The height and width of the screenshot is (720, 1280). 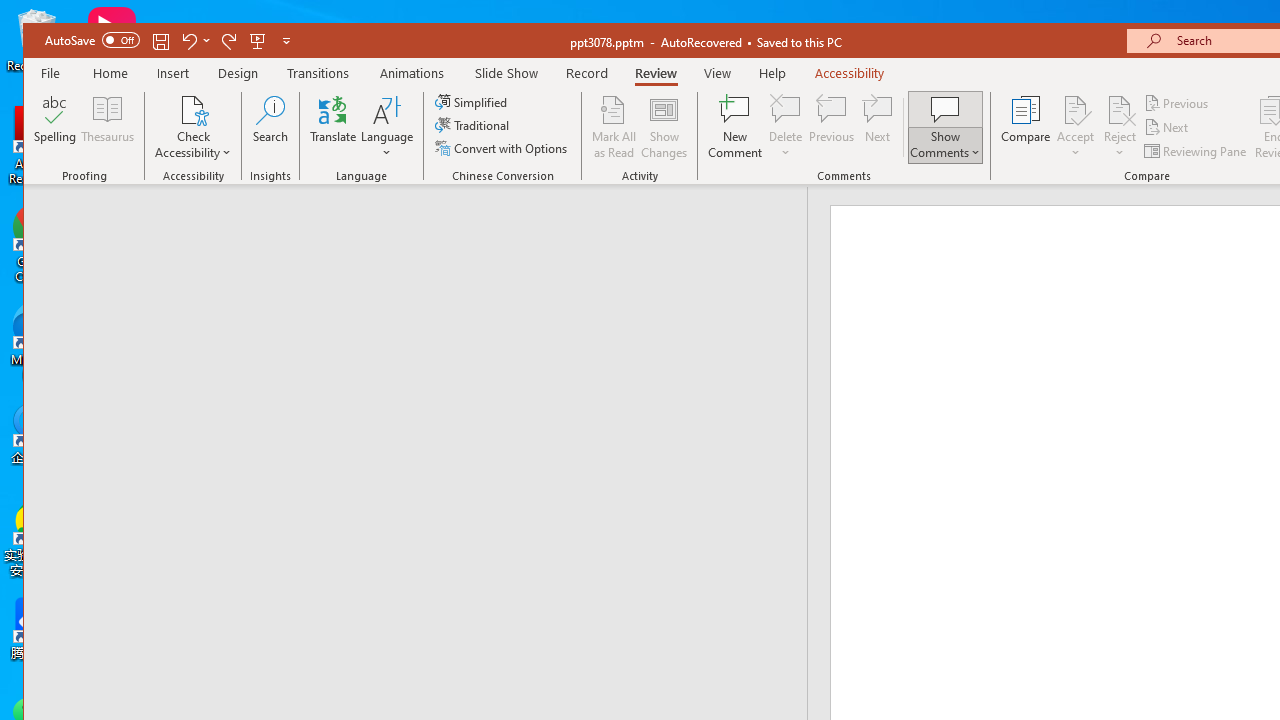 I want to click on 'Convert with Options...', so click(x=503, y=147).